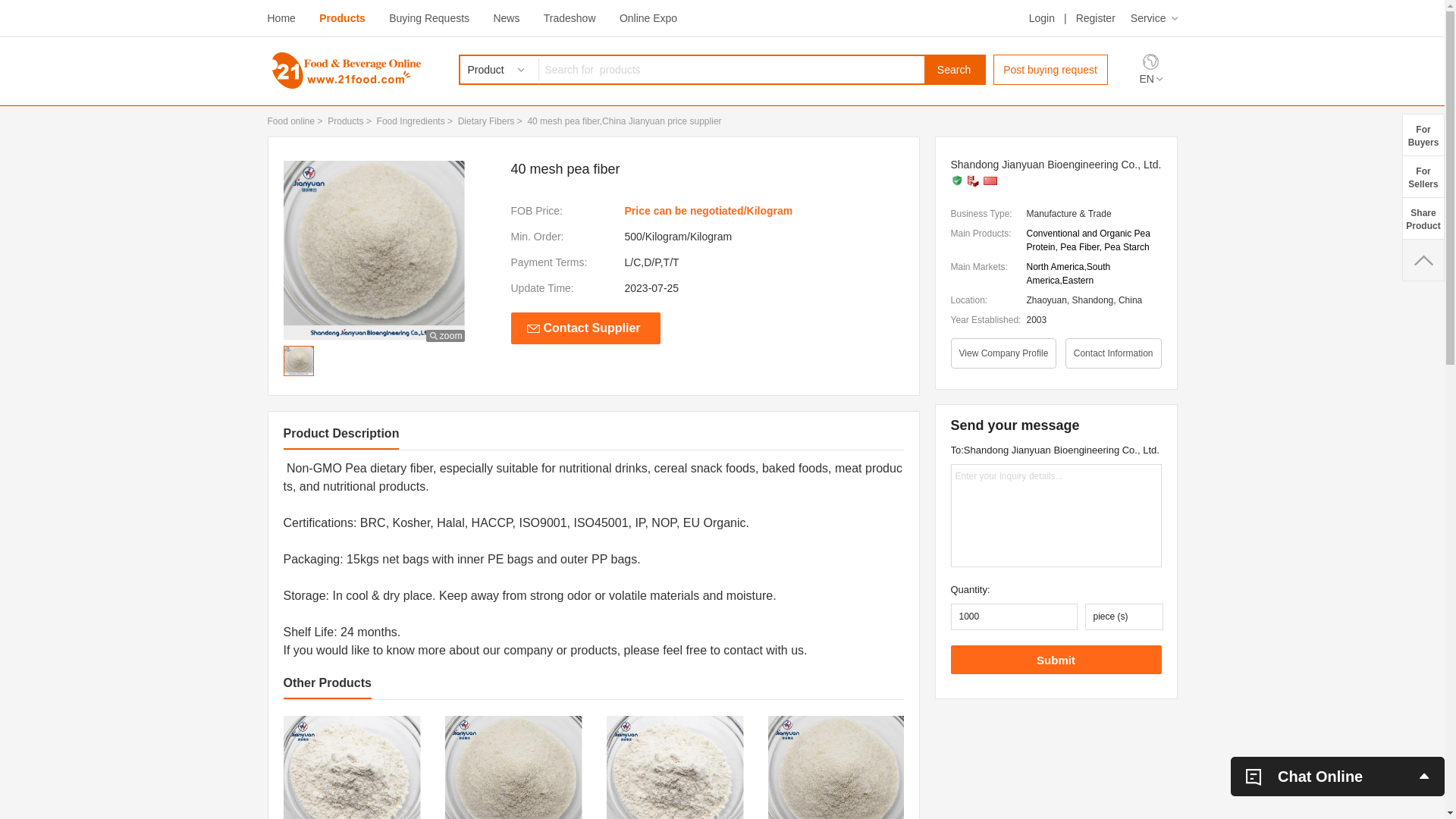 The height and width of the screenshot is (819, 1456). I want to click on 'Home', so click(266, 17).